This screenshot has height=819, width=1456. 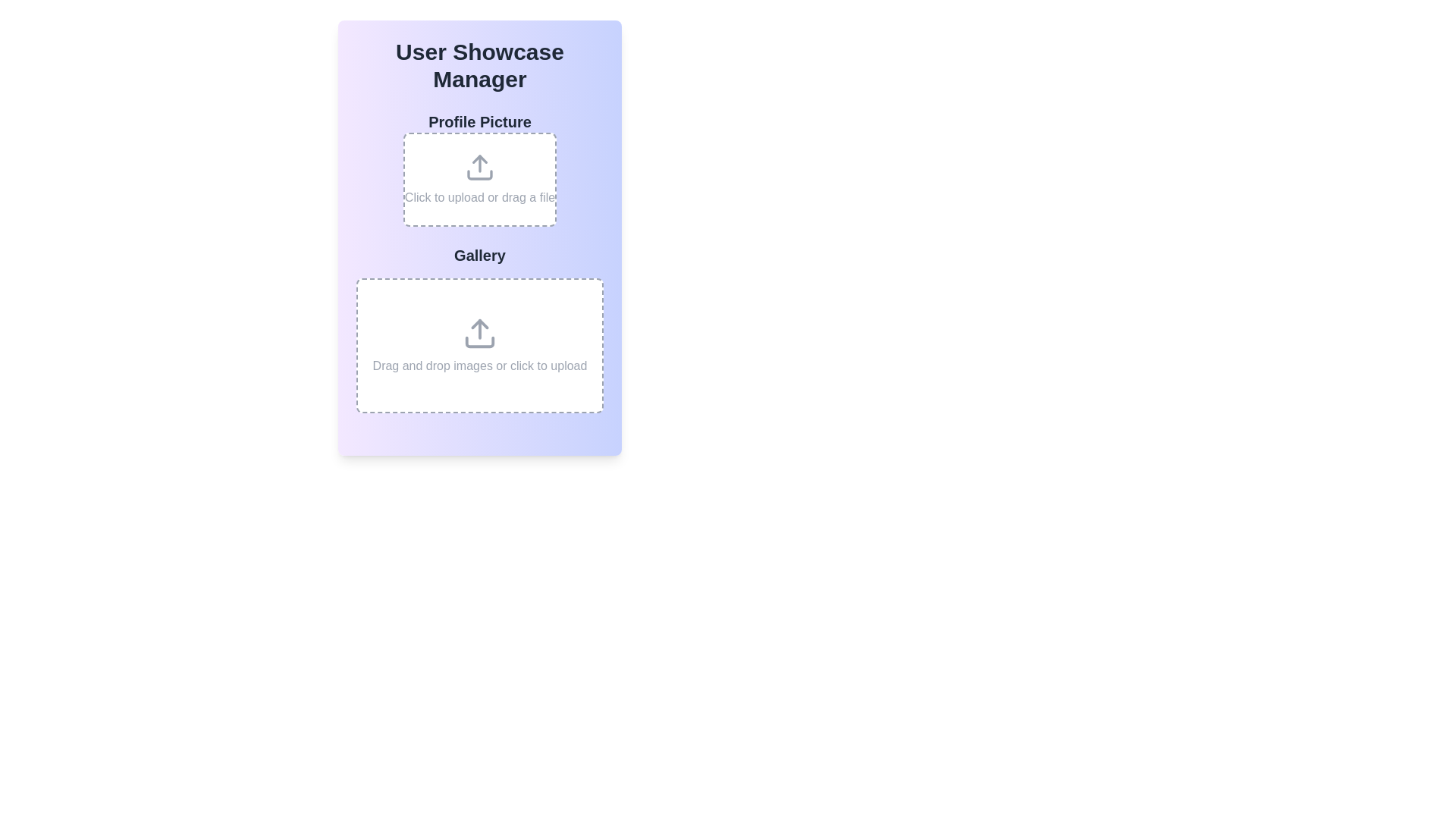 I want to click on and drop files into the Interactive file upload area located below the 'Gallery' title, which has a dashed border and rounded corners, and contains an upload icon and the text 'Drag and drop images or click, so click(x=479, y=345).